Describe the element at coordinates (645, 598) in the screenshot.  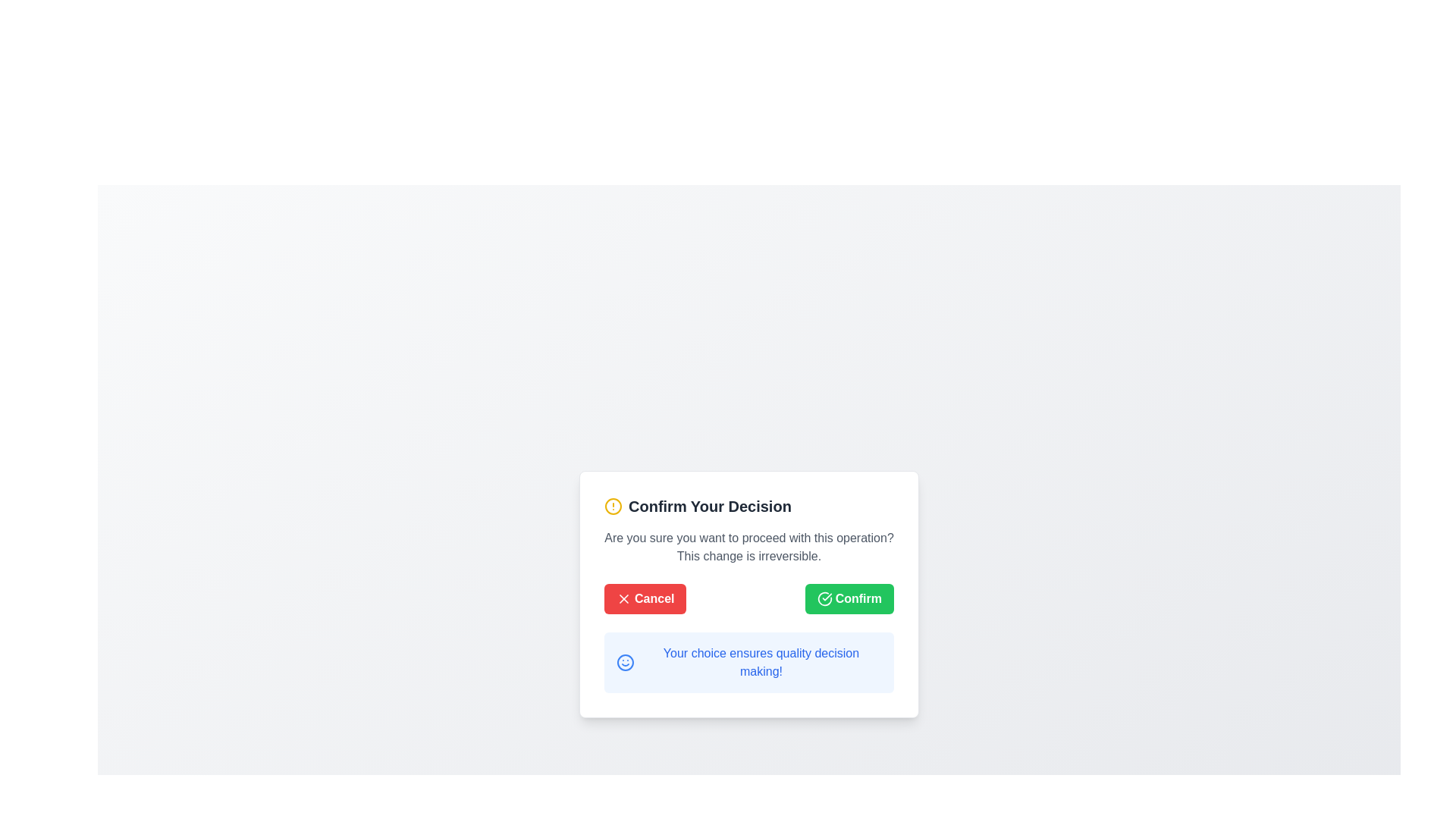
I see `the leftmost button in the horizontally aligned button group` at that location.